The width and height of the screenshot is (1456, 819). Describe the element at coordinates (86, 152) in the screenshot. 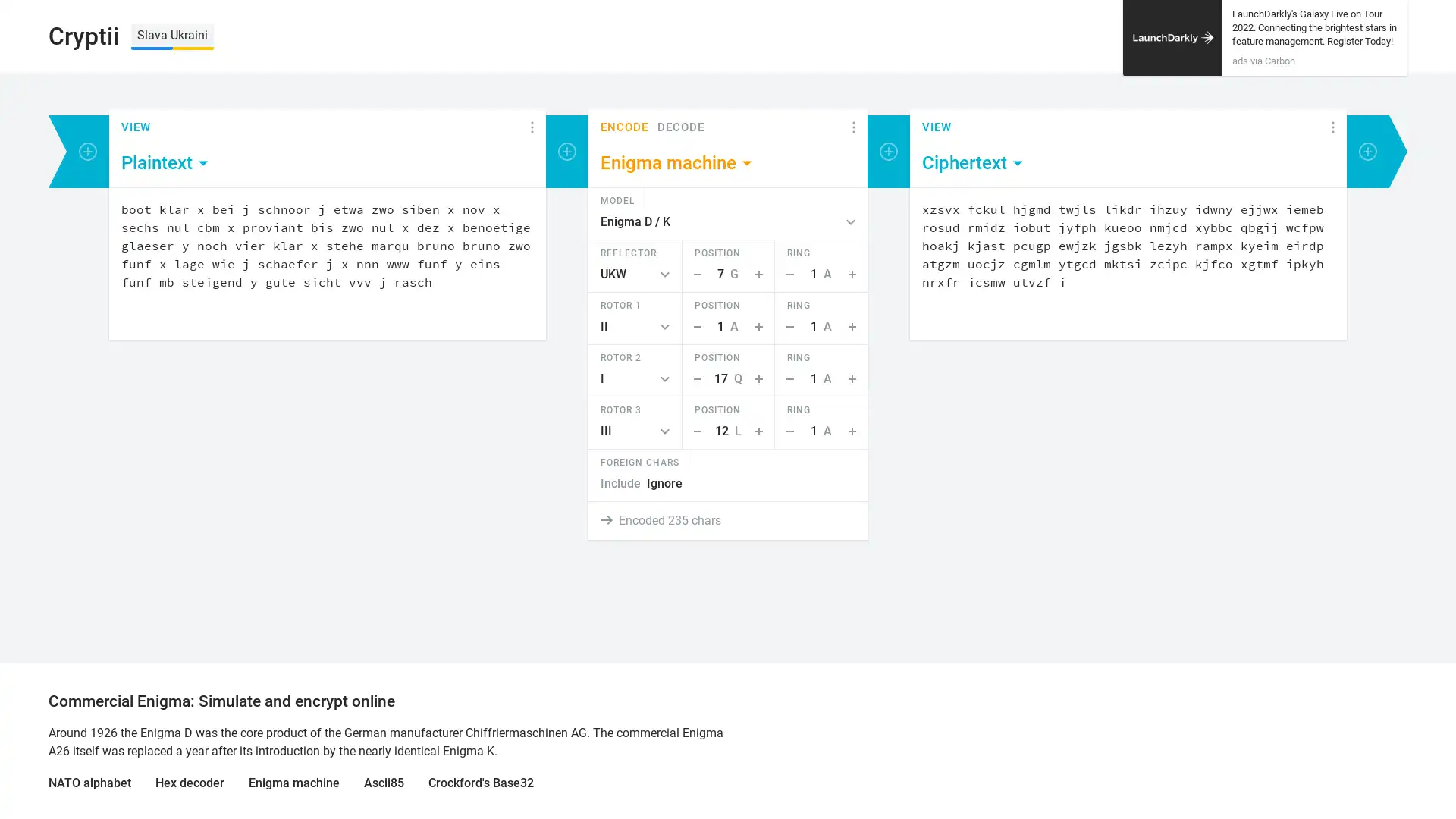

I see `Add encoder or viewer` at that location.